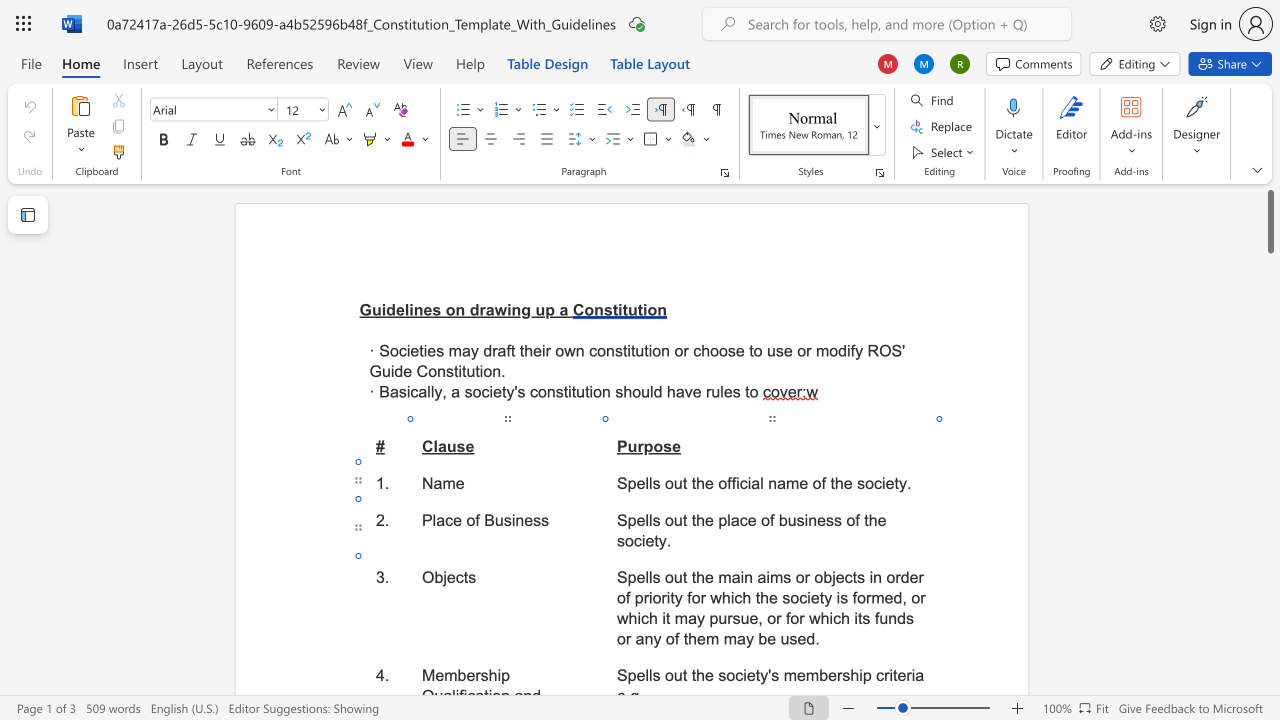 This screenshot has height=720, width=1280. Describe the element at coordinates (798, 597) in the screenshot. I see `the space between the continuous character "o" and "c" in the text` at that location.